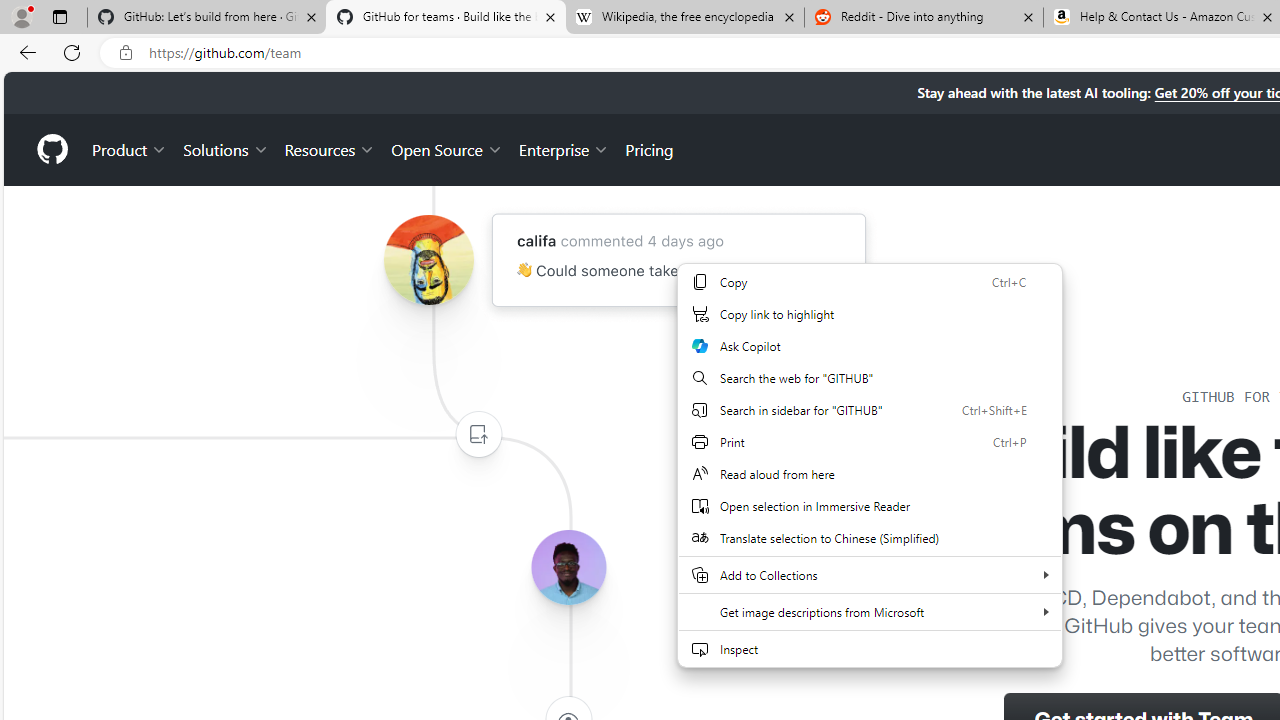  What do you see at coordinates (870, 611) in the screenshot?
I see `'Get image descriptions from Microsoft'` at bounding box center [870, 611].